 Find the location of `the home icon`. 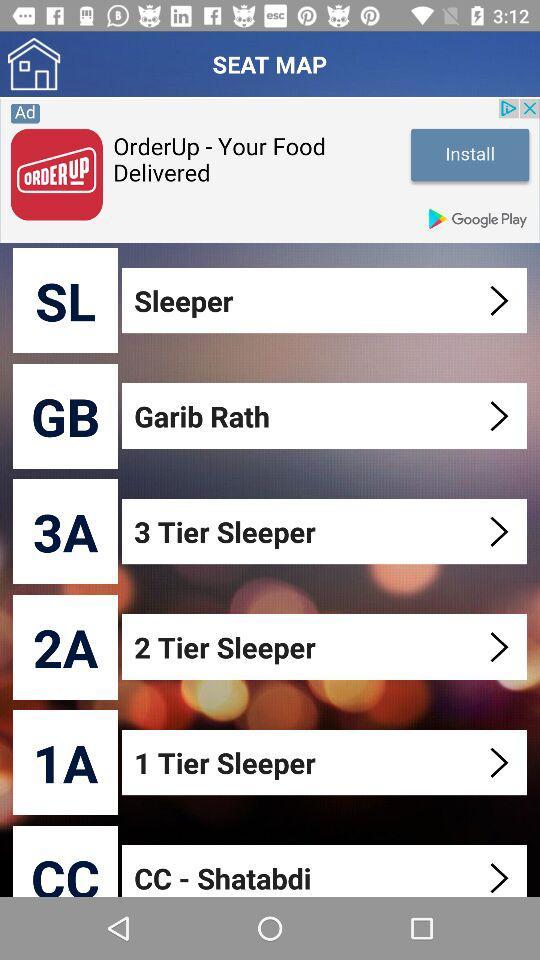

the home icon is located at coordinates (33, 64).